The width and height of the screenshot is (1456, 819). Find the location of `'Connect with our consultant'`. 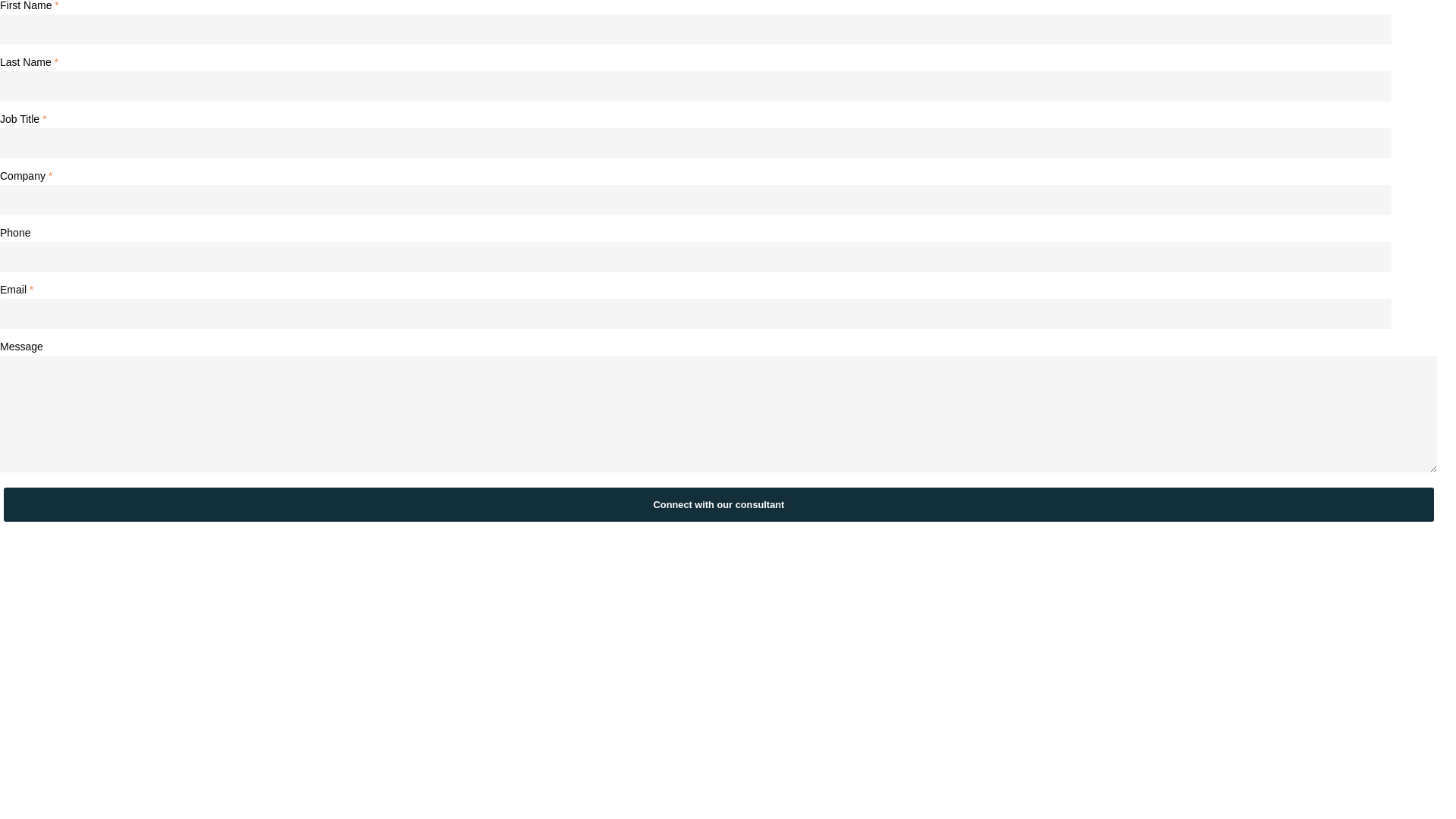

'Connect with our consultant' is located at coordinates (717, 504).